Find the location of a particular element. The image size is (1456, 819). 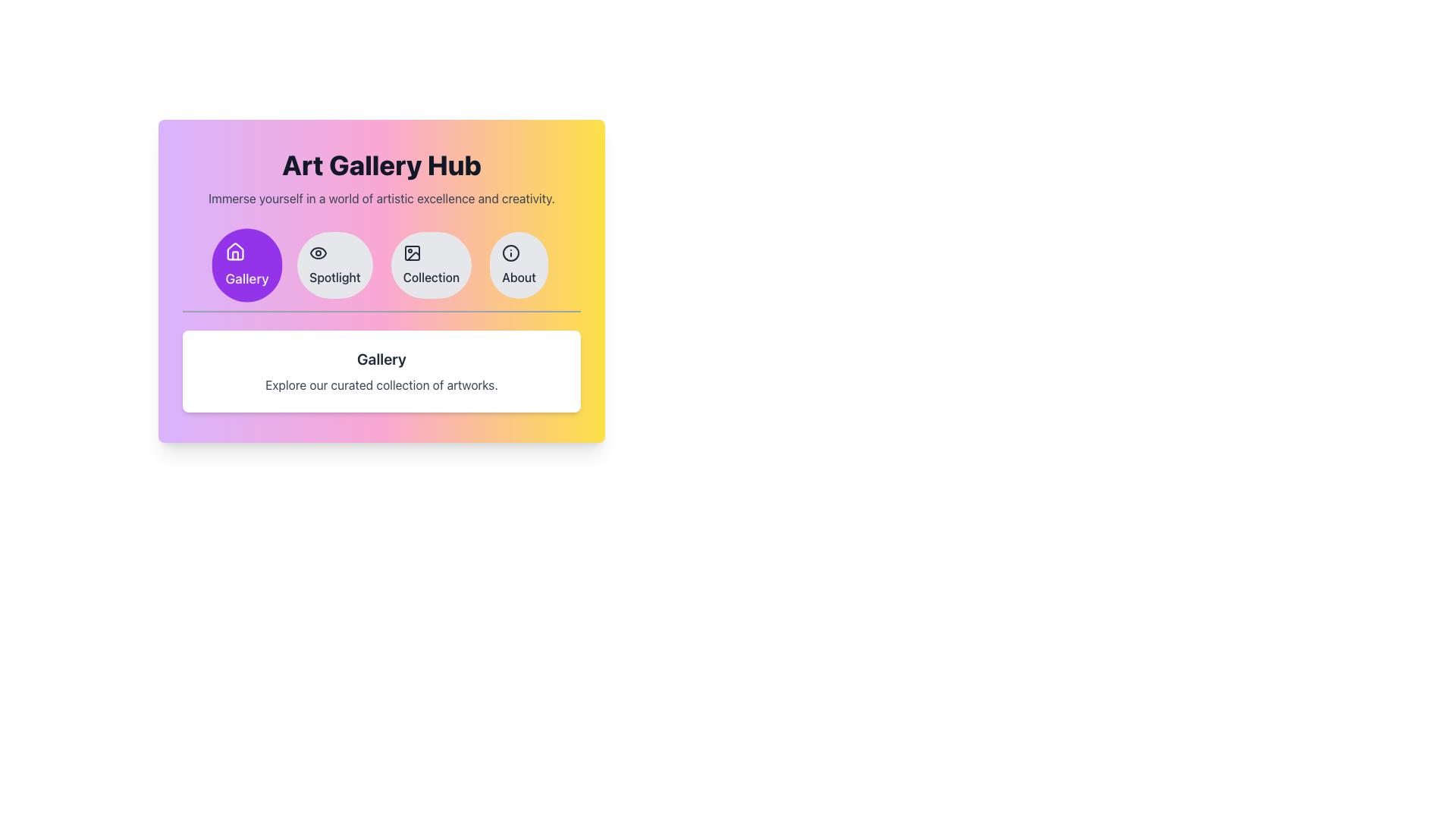

the Text Label that provides a descriptive subtitle for the 'Art Gallery Hub' section, which conveys themes of artistic excellence and creativity is located at coordinates (381, 198).